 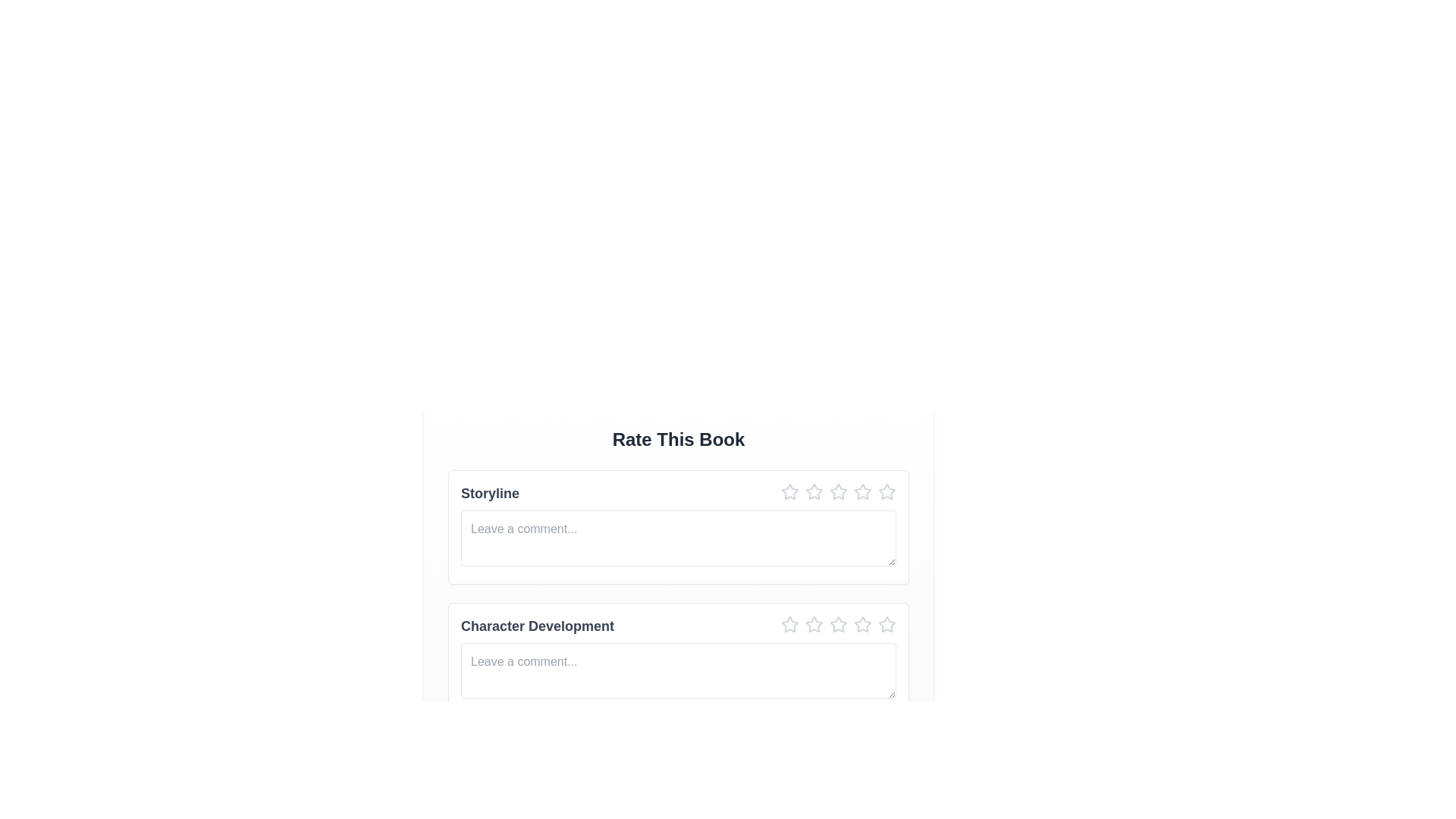 What do you see at coordinates (837, 625) in the screenshot?
I see `the fifth star-shaped rating icon in gray color under the 'Character Development' section of the 'Rate This Book' form` at bounding box center [837, 625].